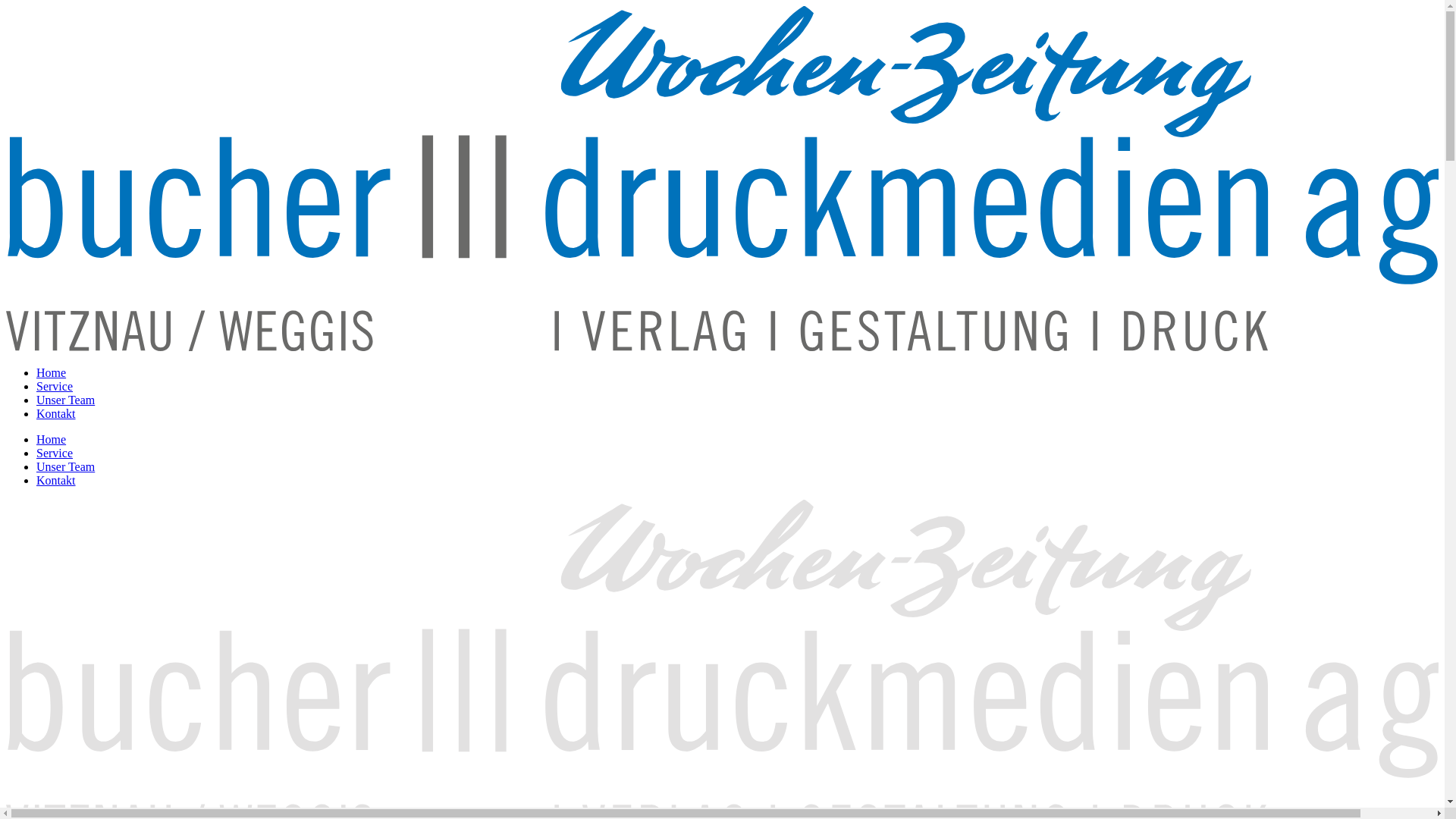 This screenshot has height=819, width=1456. What do you see at coordinates (51, 439) in the screenshot?
I see `'Home'` at bounding box center [51, 439].